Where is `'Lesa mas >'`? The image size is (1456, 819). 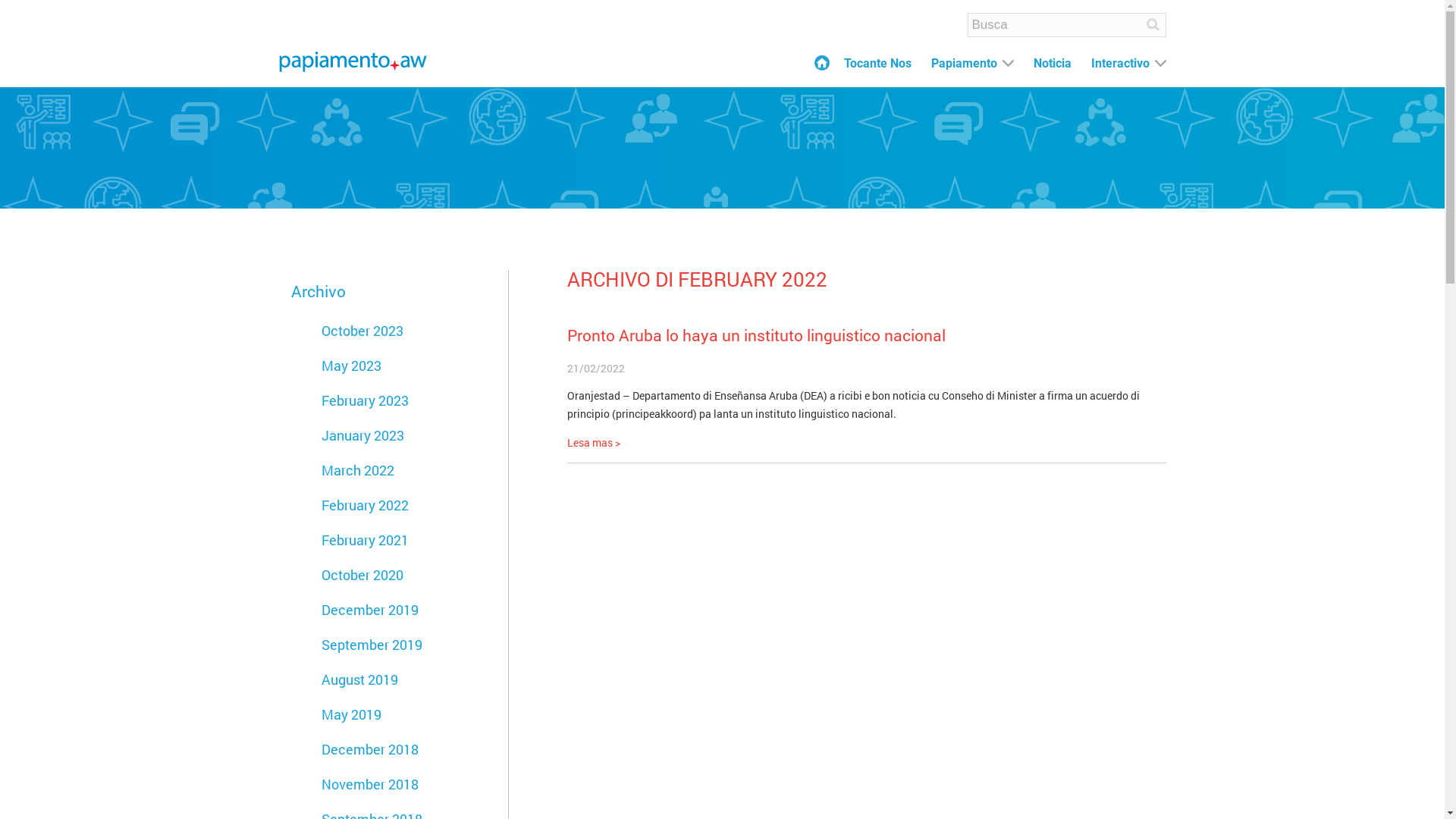
'Lesa mas >' is located at coordinates (592, 442).